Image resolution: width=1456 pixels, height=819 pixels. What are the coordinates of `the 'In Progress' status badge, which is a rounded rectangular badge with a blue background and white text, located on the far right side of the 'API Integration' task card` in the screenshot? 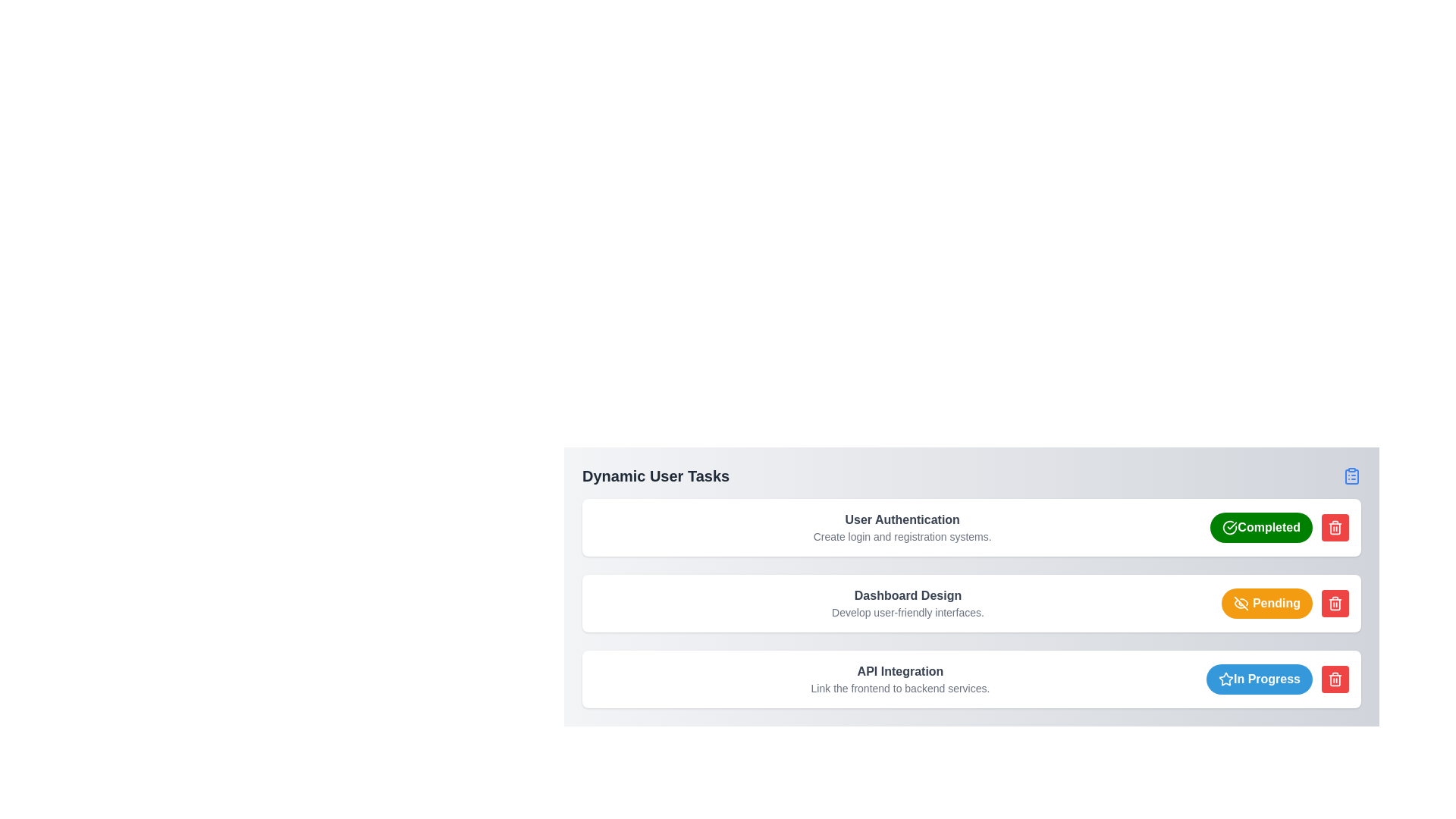 It's located at (1259, 678).